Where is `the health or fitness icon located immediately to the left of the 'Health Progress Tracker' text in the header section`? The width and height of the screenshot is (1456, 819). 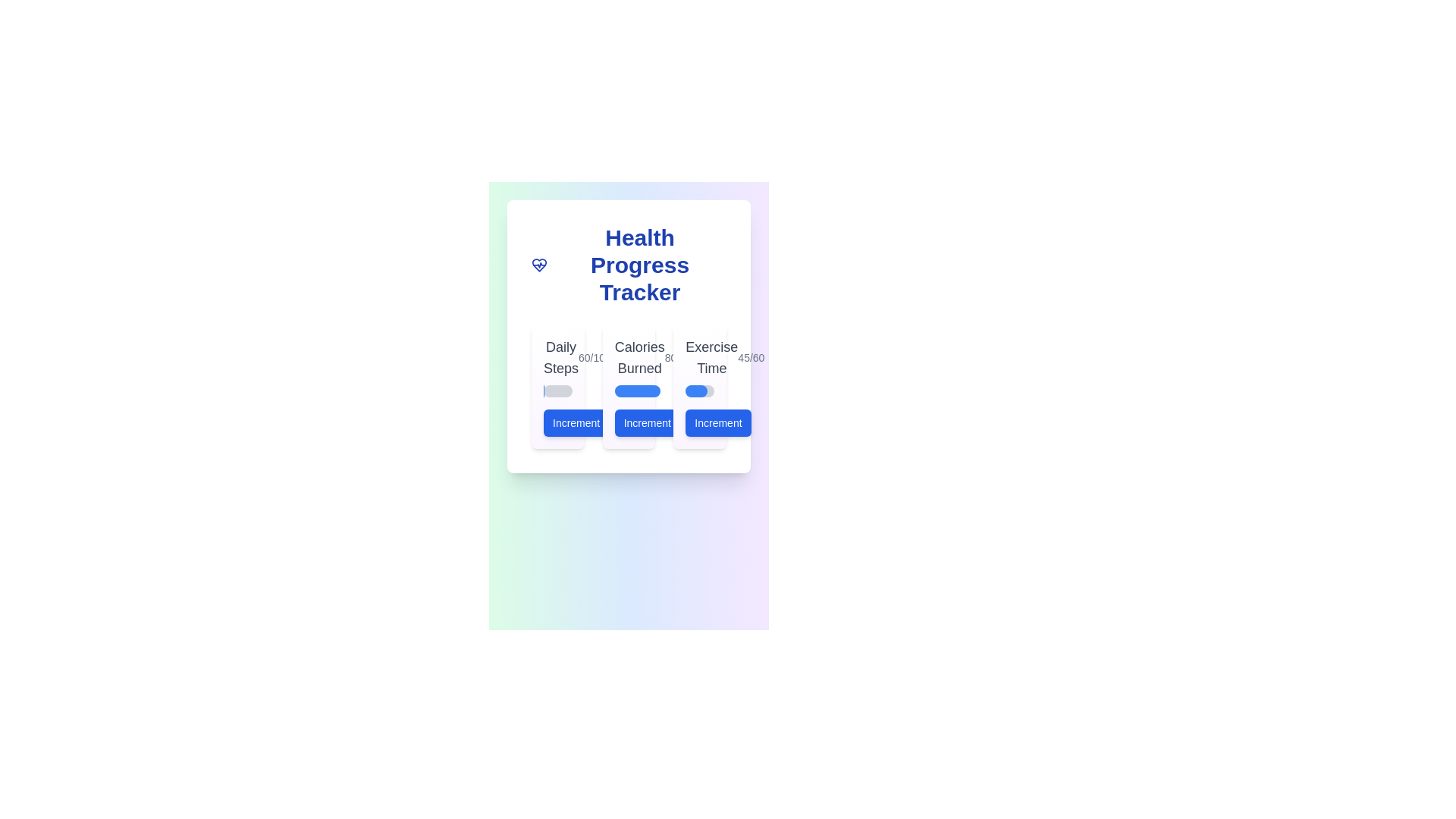 the health or fitness icon located immediately to the left of the 'Health Progress Tracker' text in the header section is located at coordinates (539, 265).